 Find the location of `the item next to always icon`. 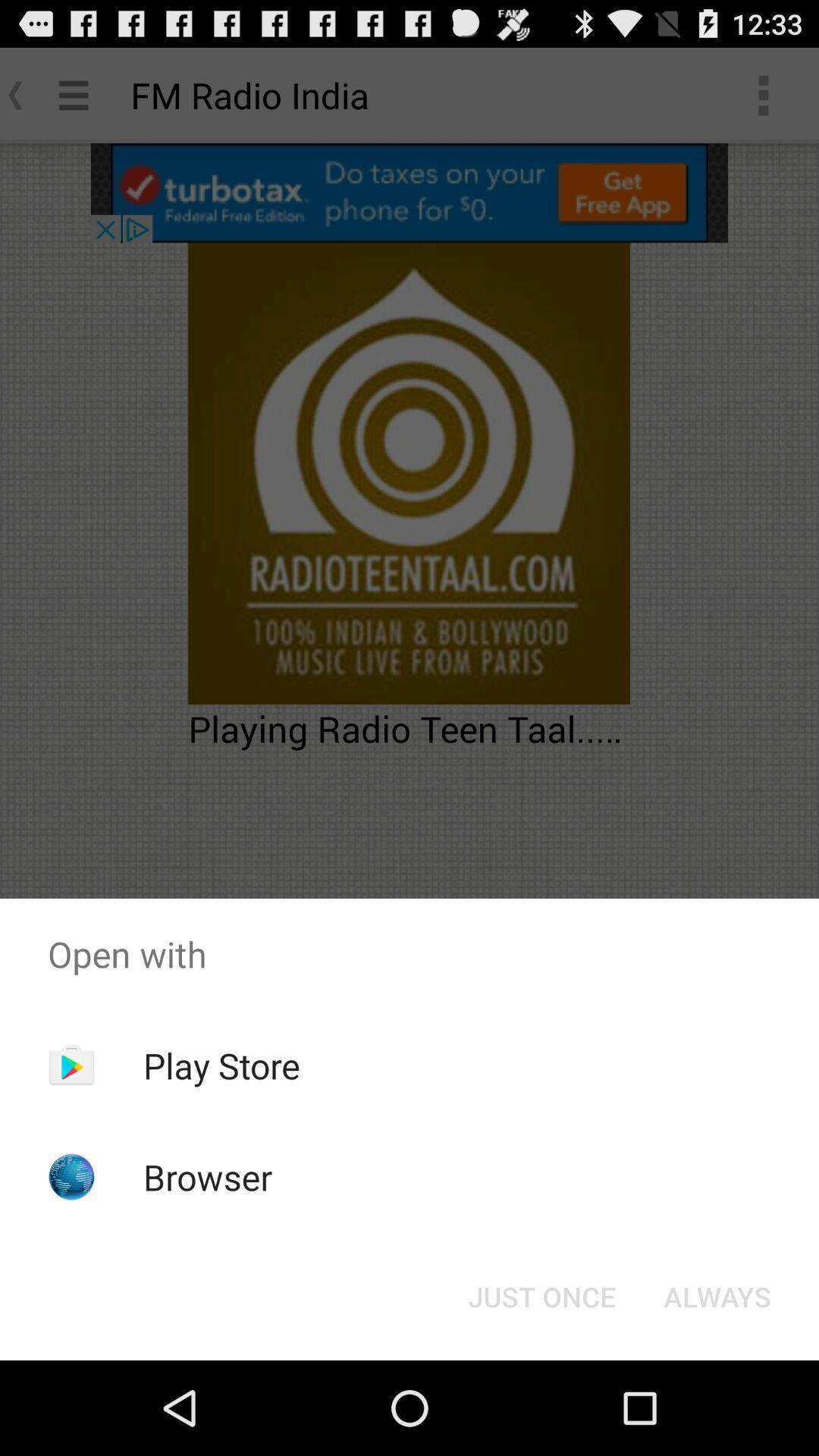

the item next to always icon is located at coordinates (541, 1295).